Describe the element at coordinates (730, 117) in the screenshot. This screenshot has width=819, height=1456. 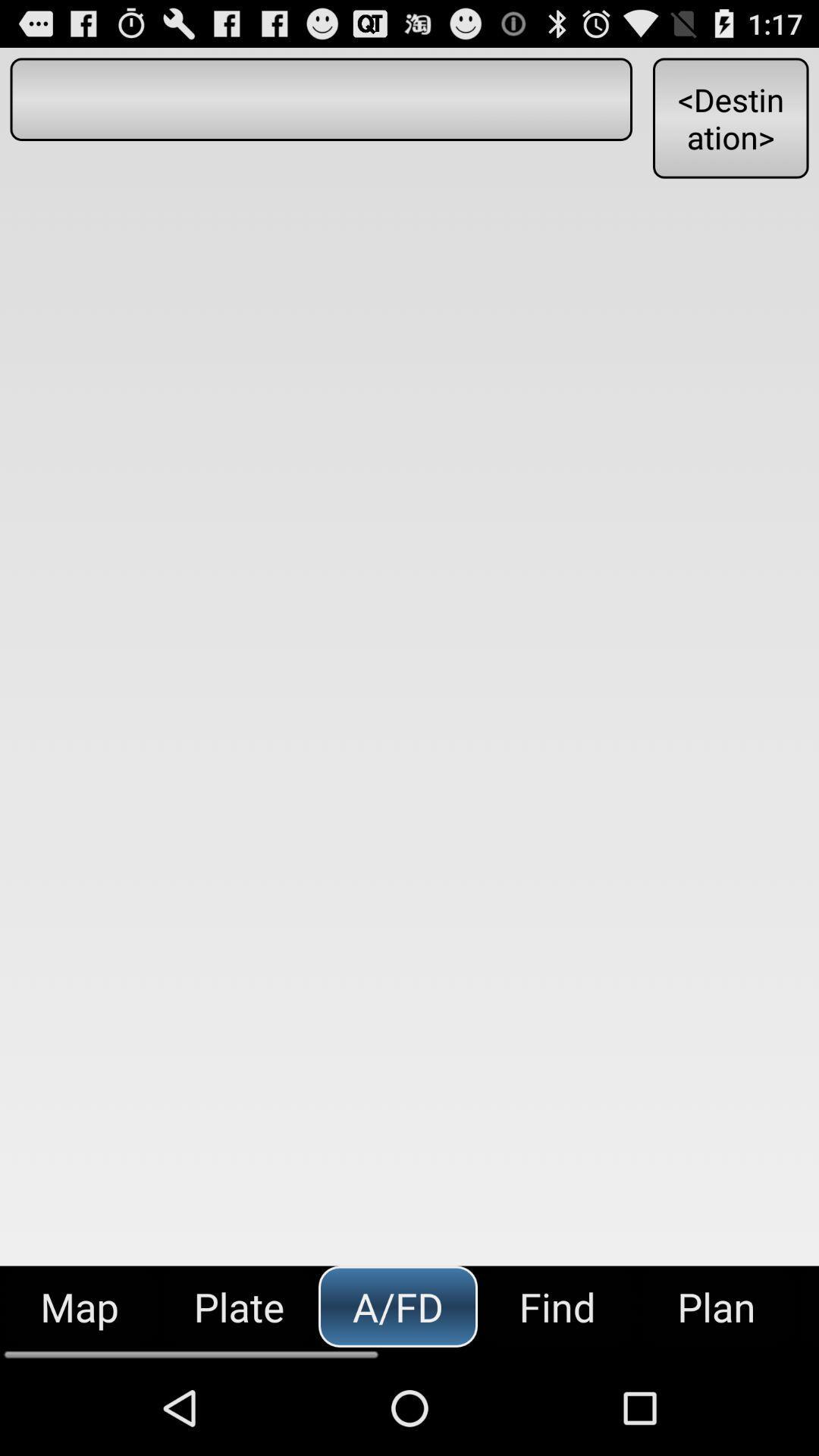
I see `the app above plan item` at that location.